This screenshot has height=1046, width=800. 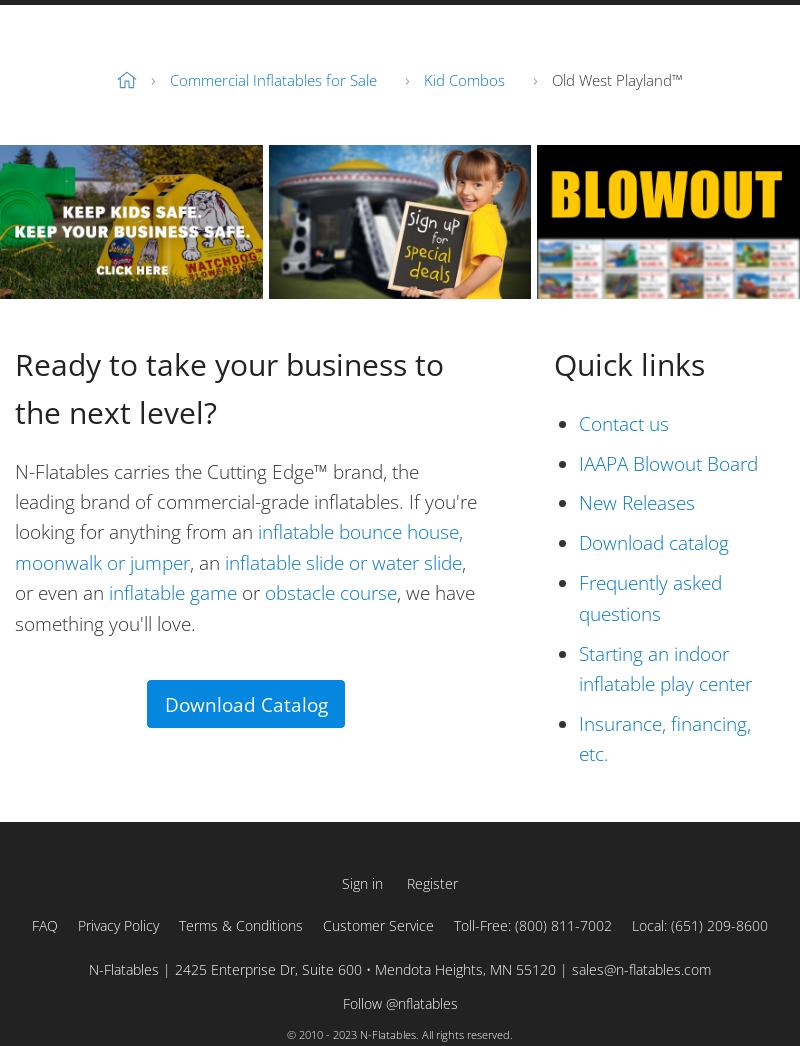 What do you see at coordinates (668, 461) in the screenshot?
I see `'IAAPA Blowout Board'` at bounding box center [668, 461].